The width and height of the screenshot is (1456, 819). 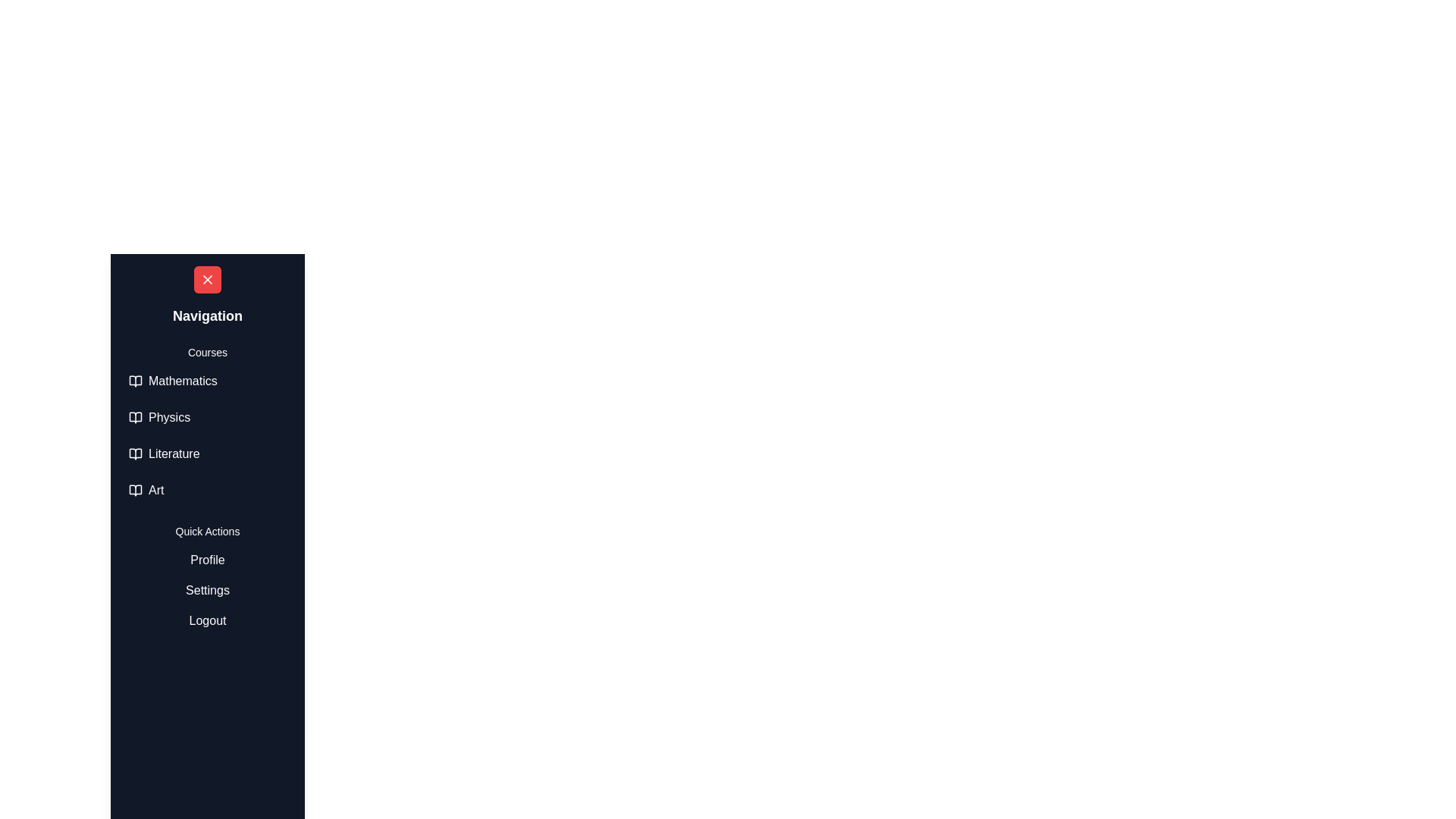 I want to click on the close button located at the top of the sidebar navigation menu, just above the title 'Navigation', so click(x=206, y=280).